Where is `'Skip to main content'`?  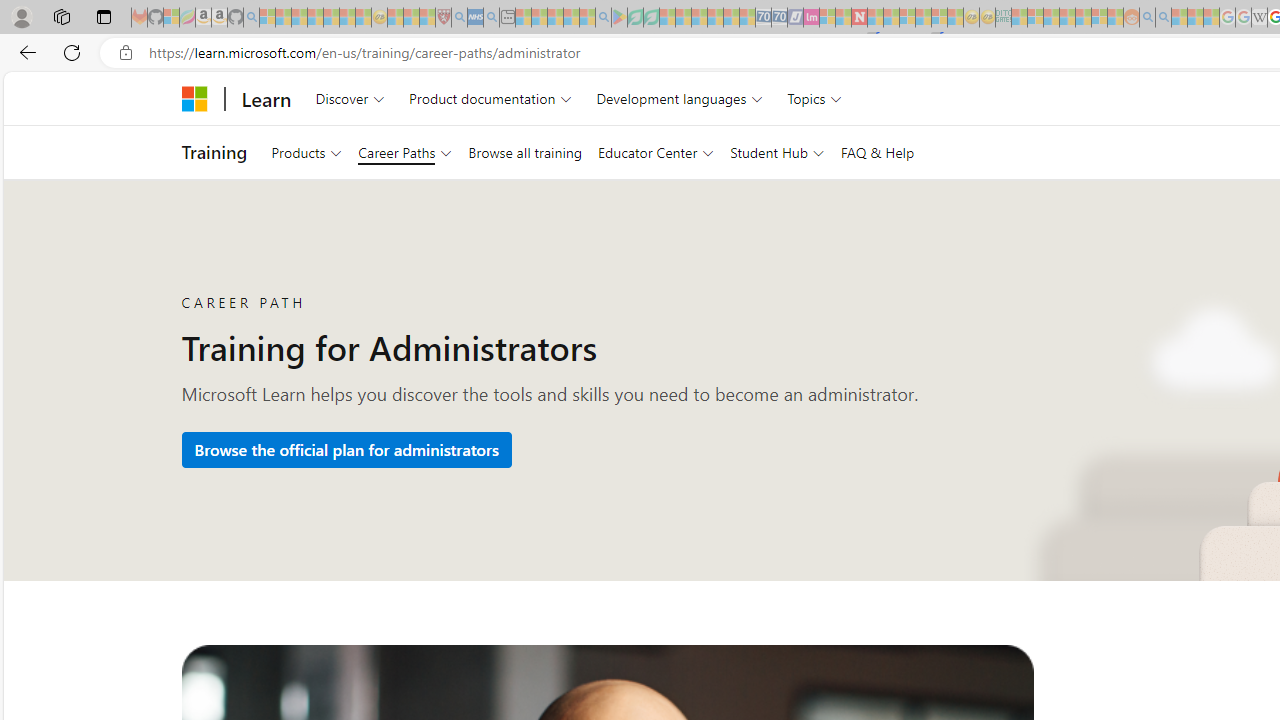
'Skip to main content' is located at coordinates (18, 86).